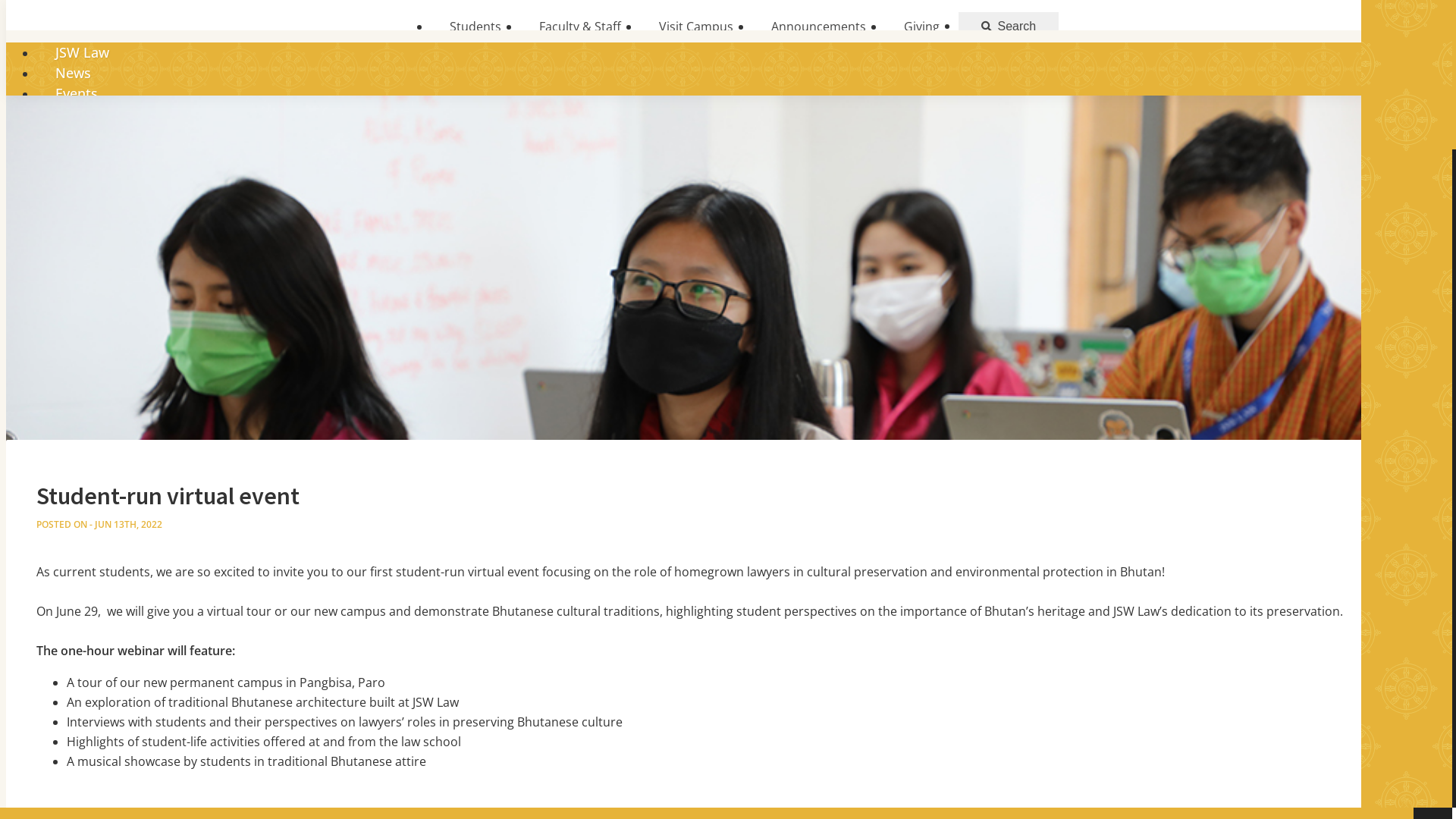 The height and width of the screenshot is (819, 1456). I want to click on 'Events', so click(36, 93).